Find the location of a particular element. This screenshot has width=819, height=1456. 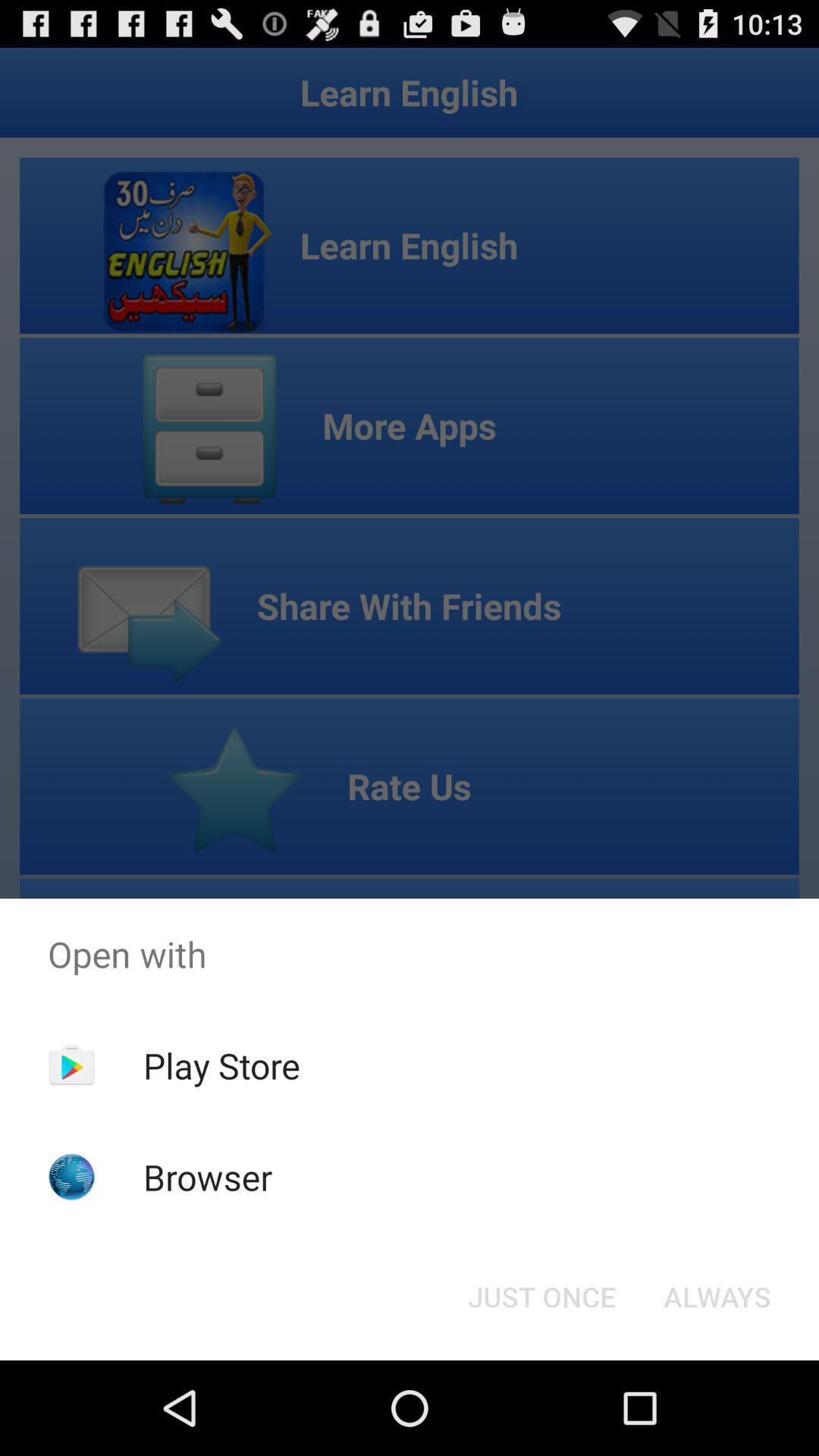

the item below the open with app is located at coordinates (717, 1295).